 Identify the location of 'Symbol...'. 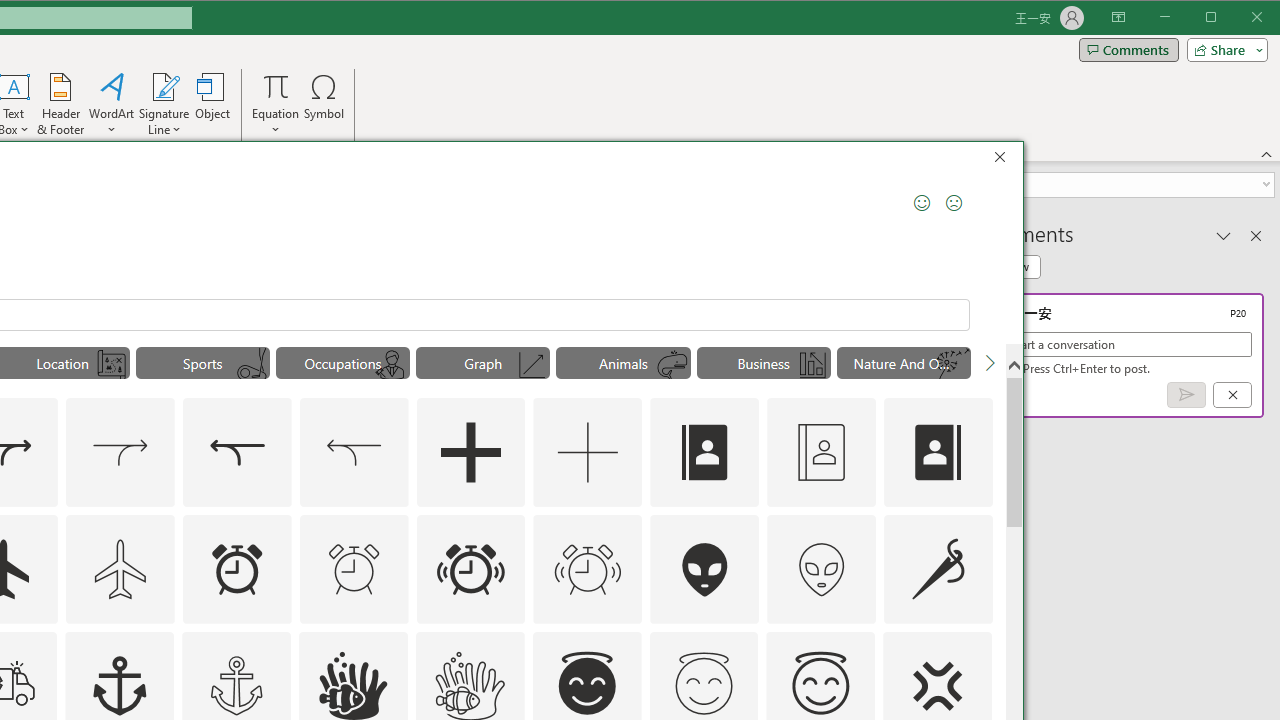
(324, 104).